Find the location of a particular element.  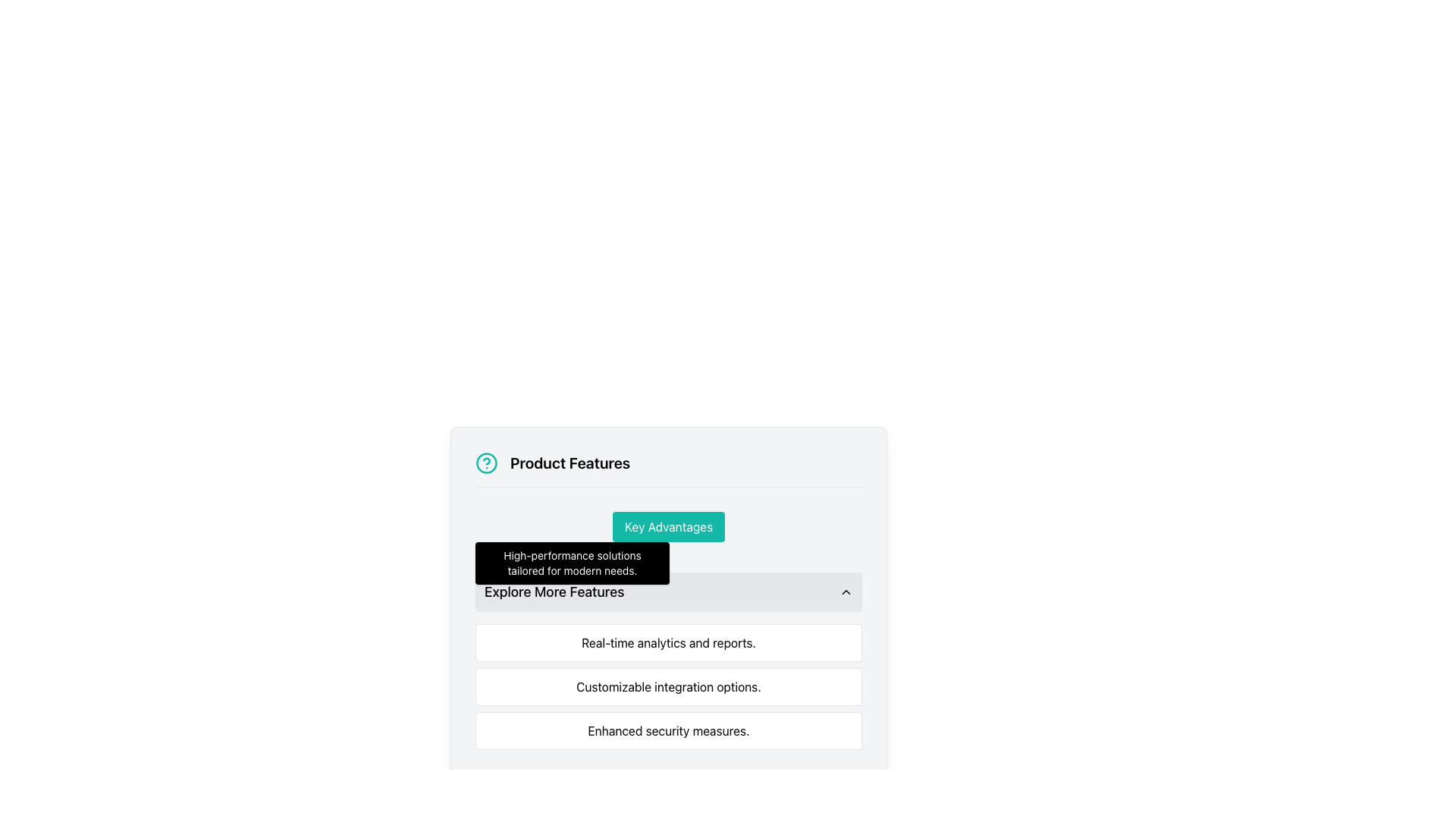

the informational text block titled 'Enhanced security measures' located at the third position in the vertical list below the 'Explore More Features' section is located at coordinates (668, 730).